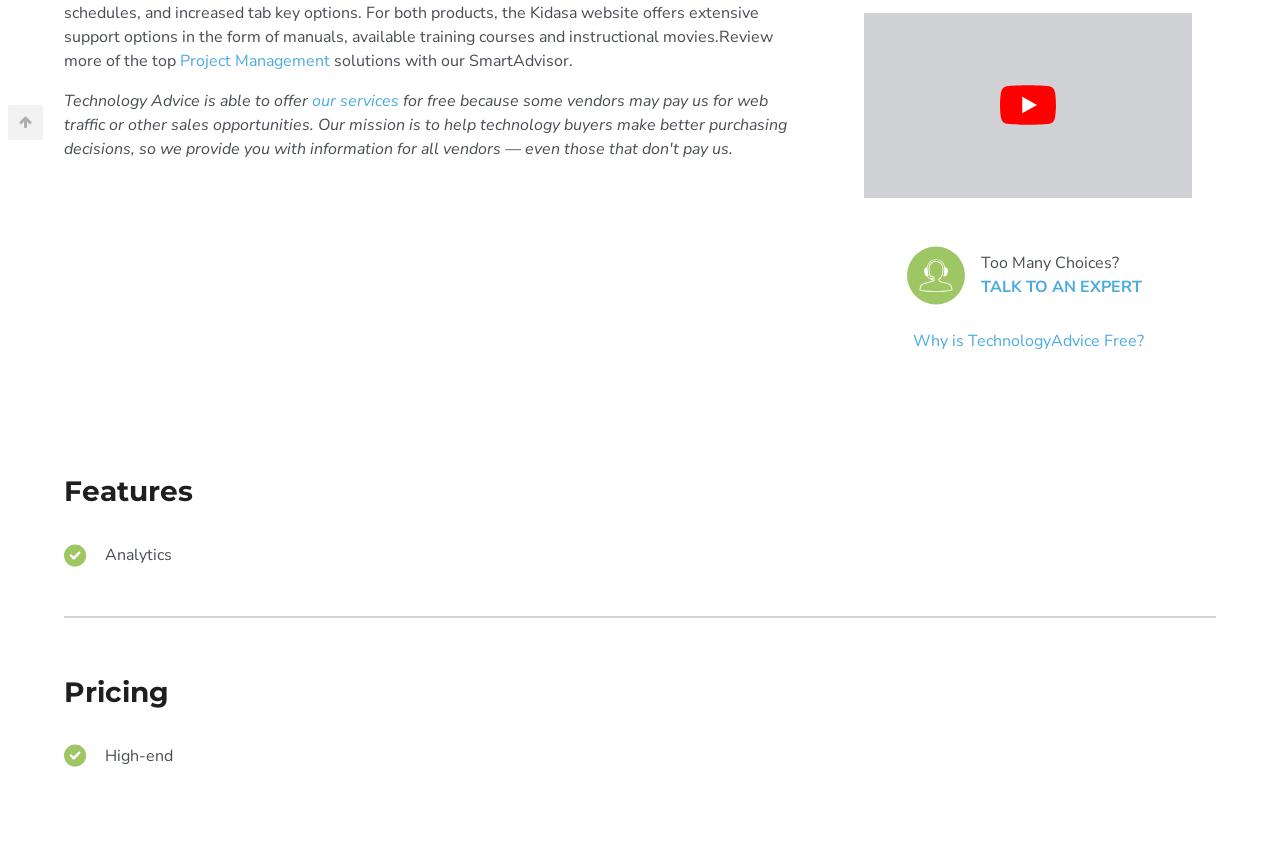 This screenshot has width=1280, height=860. I want to click on 'Project Management', so click(179, 59).